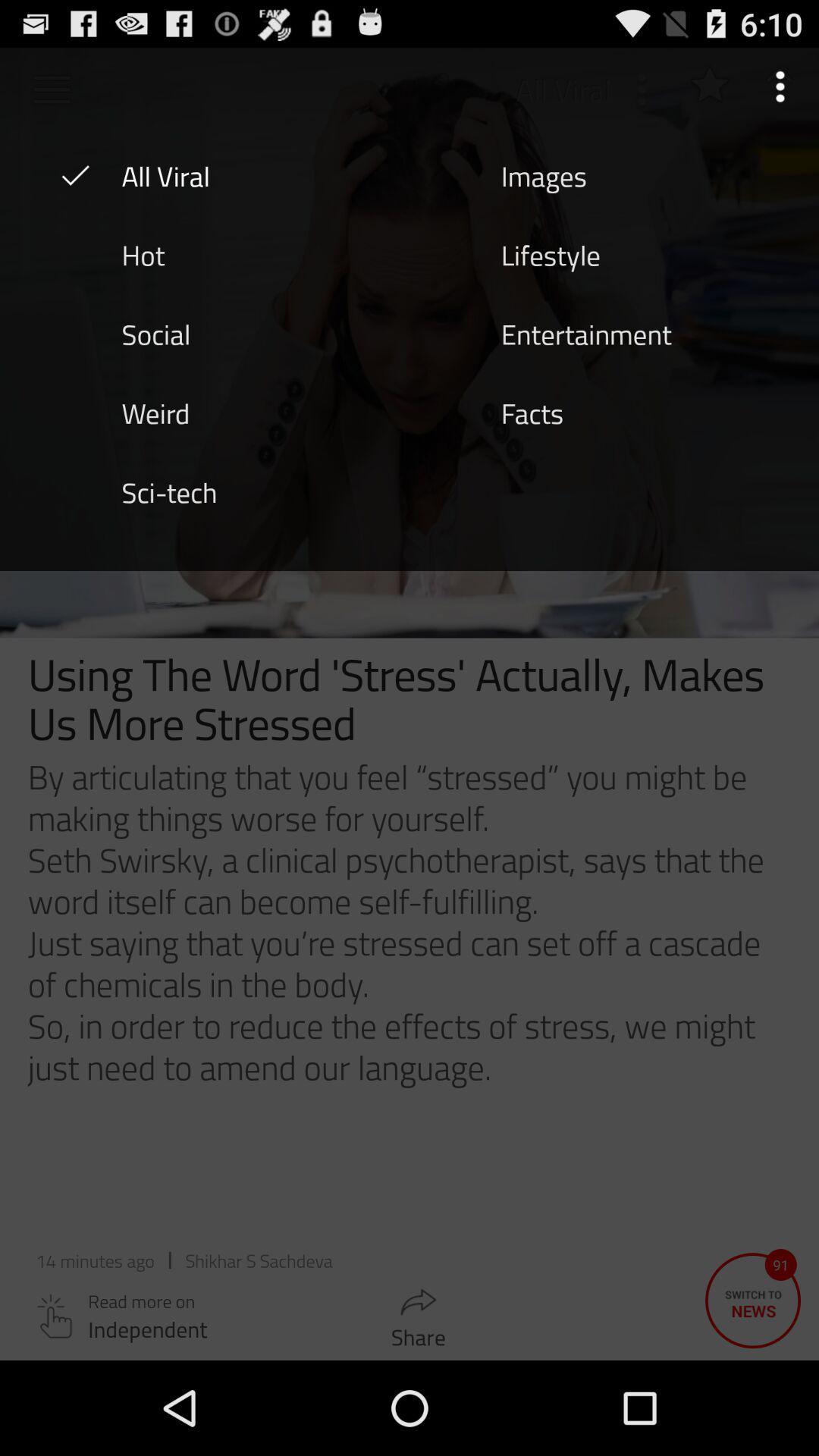 This screenshot has height=1456, width=819. Describe the element at coordinates (551, 254) in the screenshot. I see `item below images item` at that location.